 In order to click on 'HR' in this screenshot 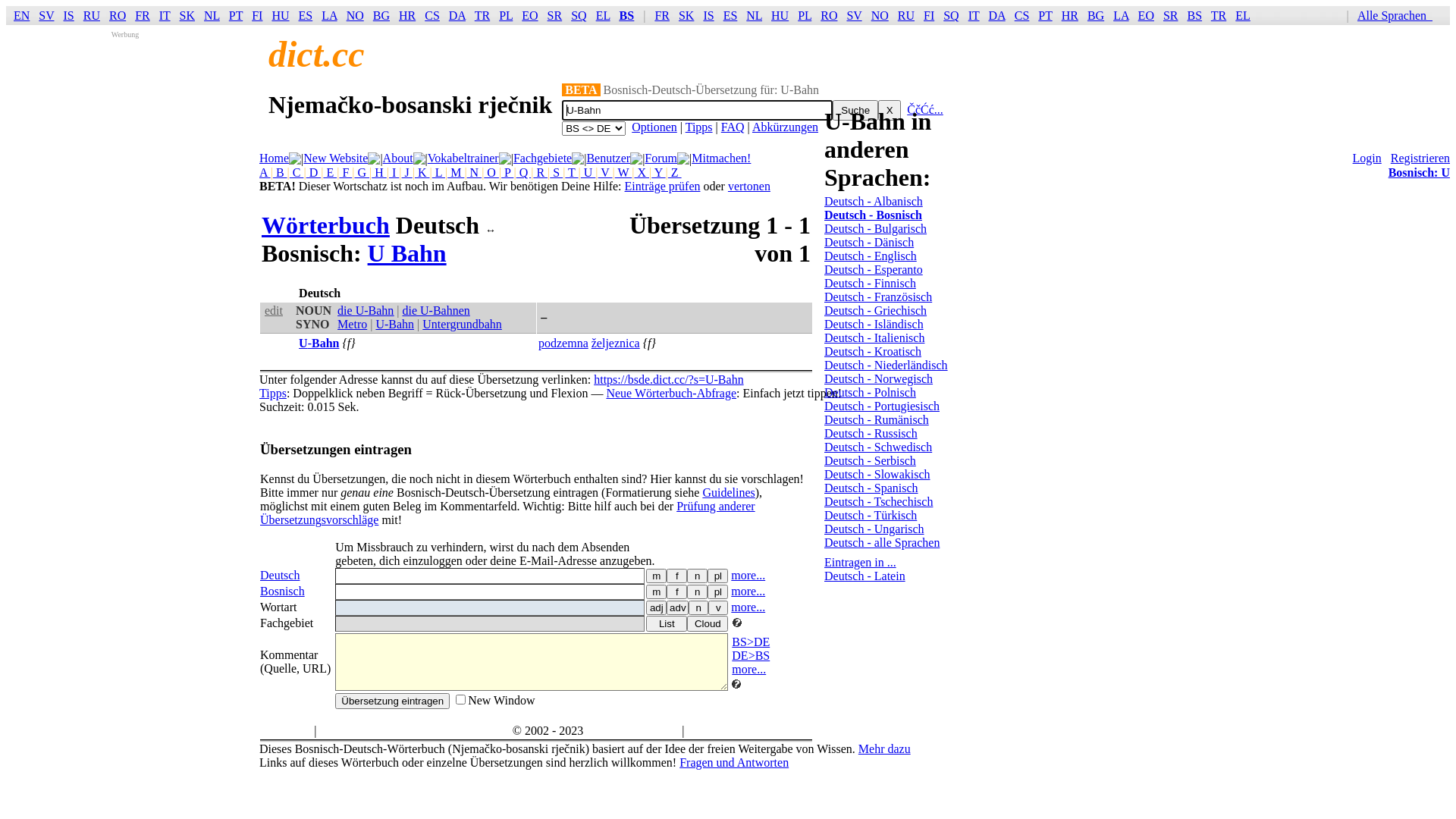, I will do `click(407, 15)`.